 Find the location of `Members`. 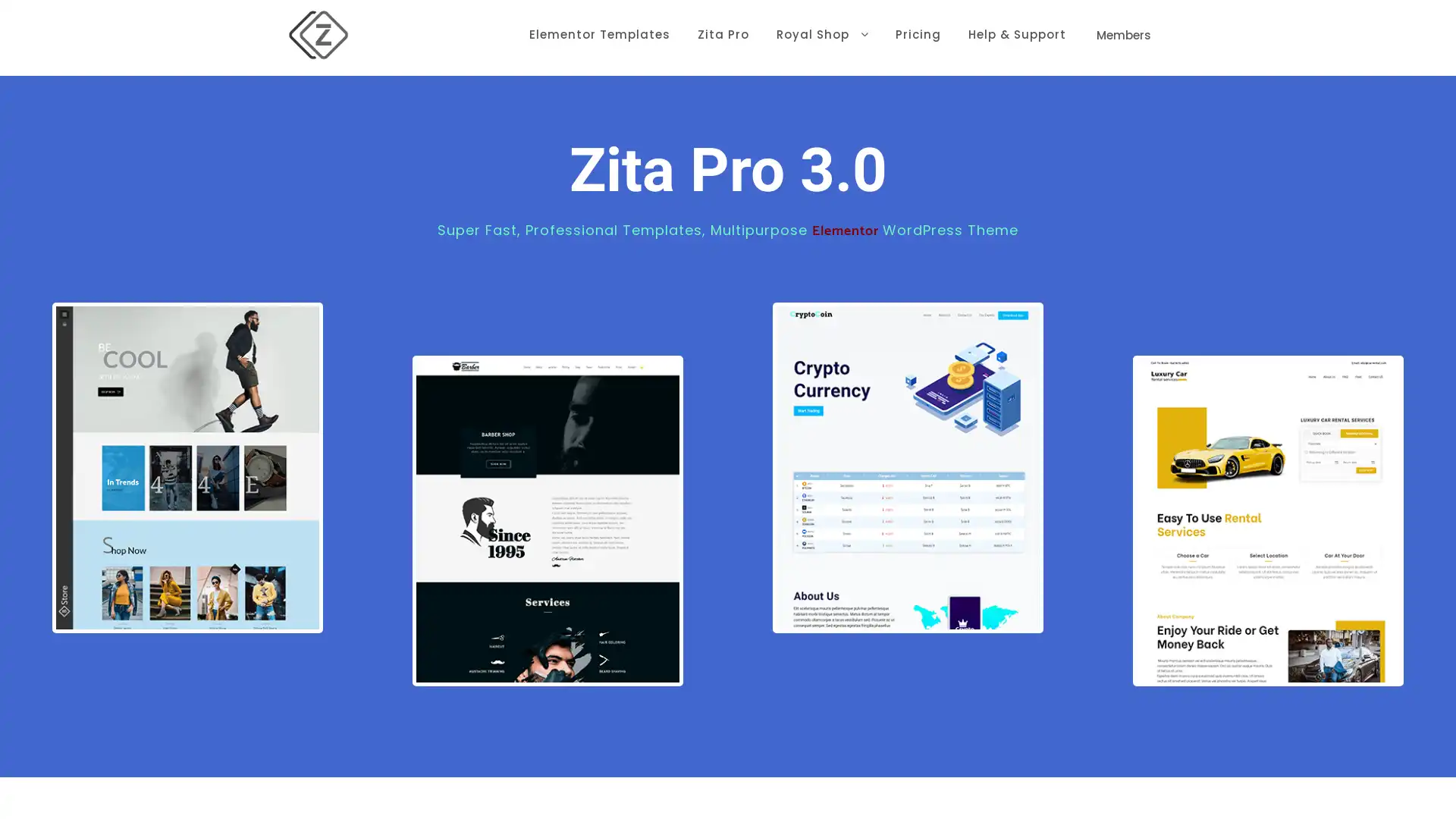

Members is located at coordinates (1124, 34).